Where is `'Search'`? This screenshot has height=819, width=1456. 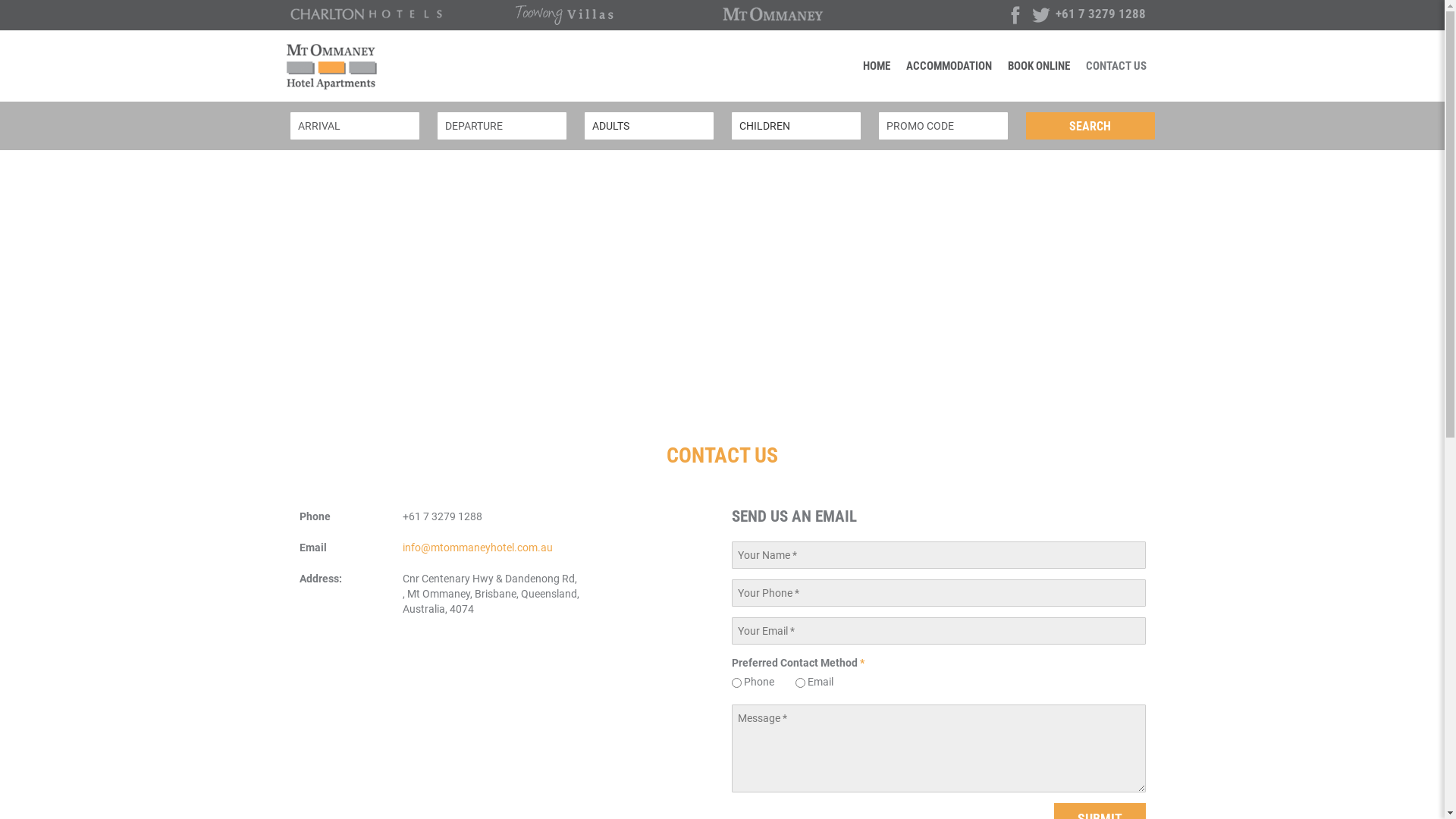
'Search' is located at coordinates (1088, 124).